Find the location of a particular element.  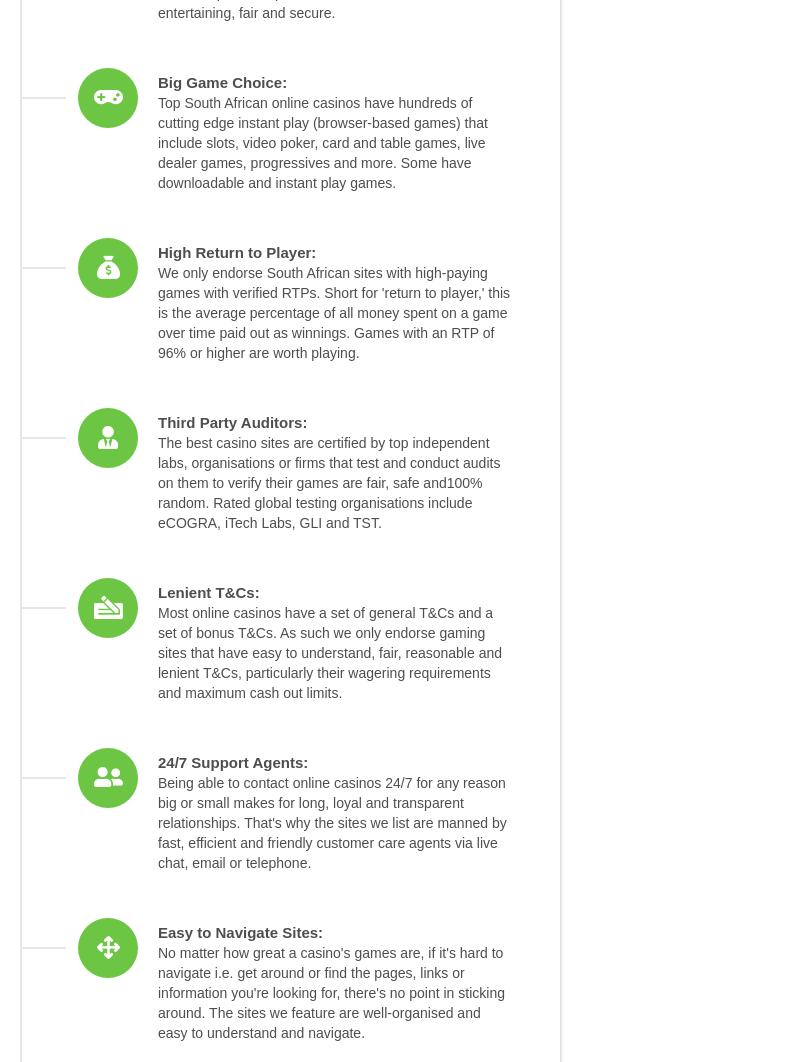

'Easy to Navigate Sites:' is located at coordinates (158, 931).